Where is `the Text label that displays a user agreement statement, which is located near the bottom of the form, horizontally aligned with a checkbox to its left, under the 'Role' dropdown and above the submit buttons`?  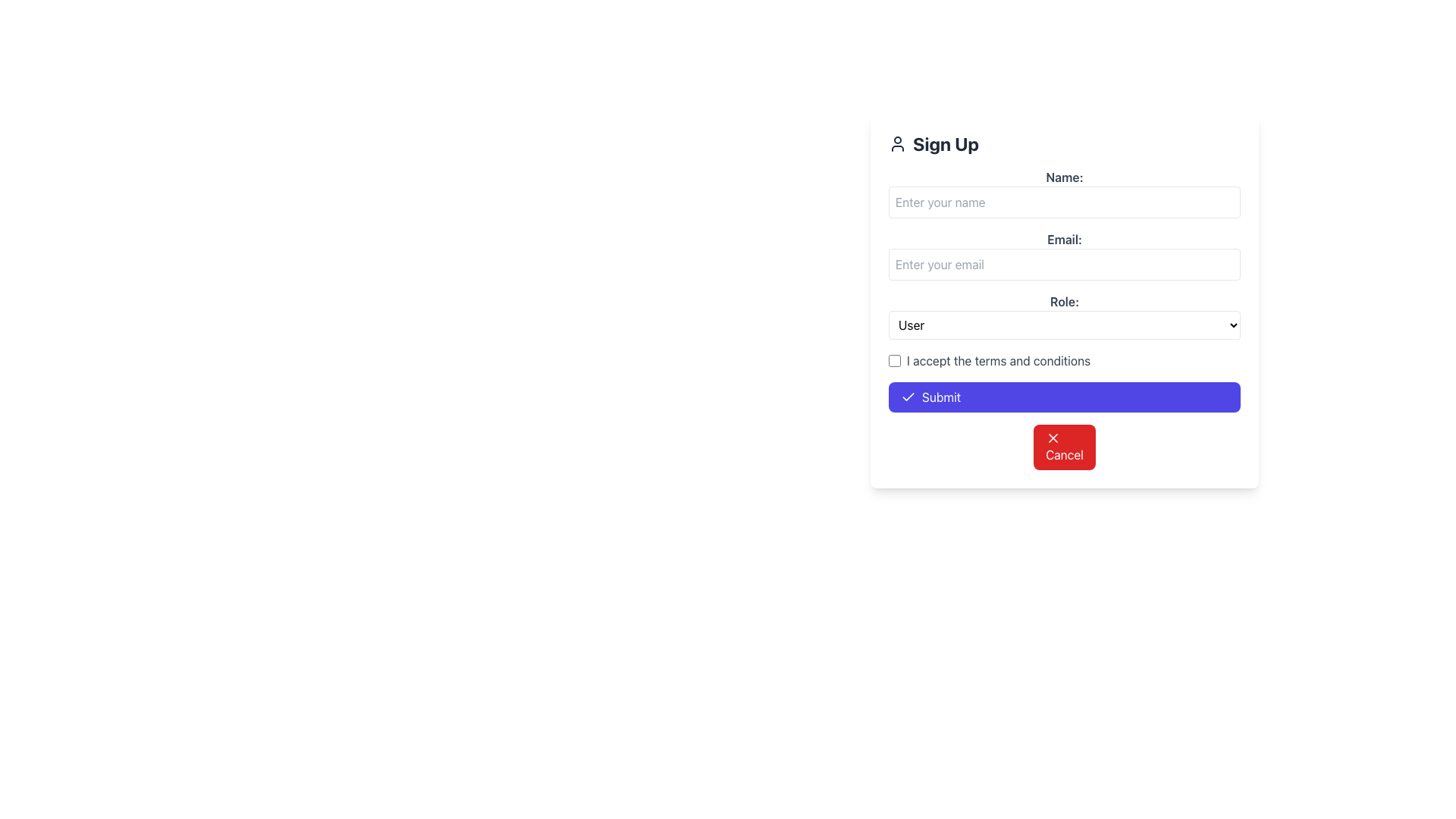
the Text label that displays a user agreement statement, which is located near the bottom of the form, horizontally aligned with a checkbox to its left, under the 'Role' dropdown and above the submit buttons is located at coordinates (999, 360).